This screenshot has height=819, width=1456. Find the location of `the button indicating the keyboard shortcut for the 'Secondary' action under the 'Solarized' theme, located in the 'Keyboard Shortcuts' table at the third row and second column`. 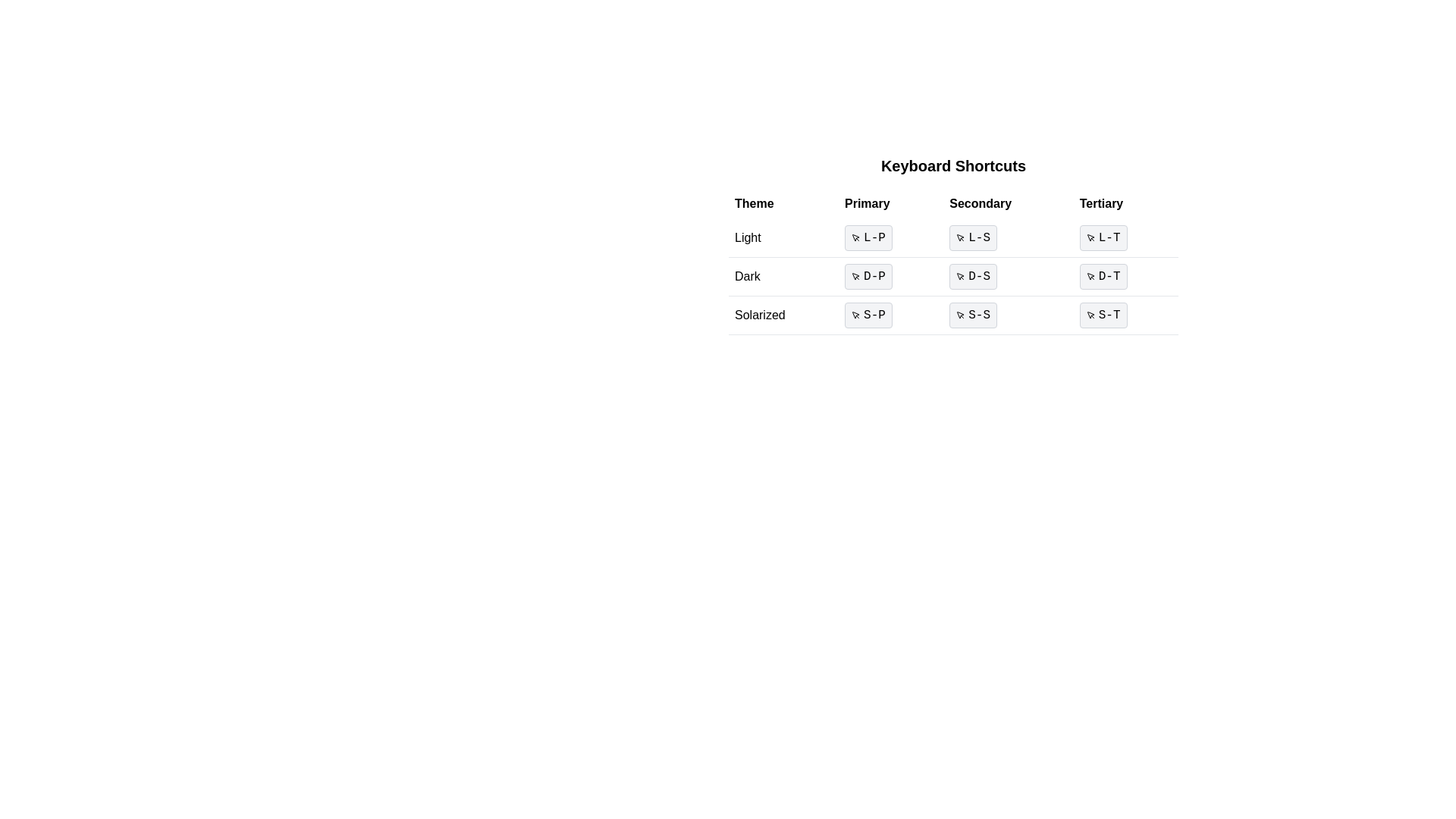

the button indicating the keyboard shortcut for the 'Secondary' action under the 'Solarized' theme, located in the 'Keyboard Shortcuts' table at the third row and second column is located at coordinates (1008, 315).